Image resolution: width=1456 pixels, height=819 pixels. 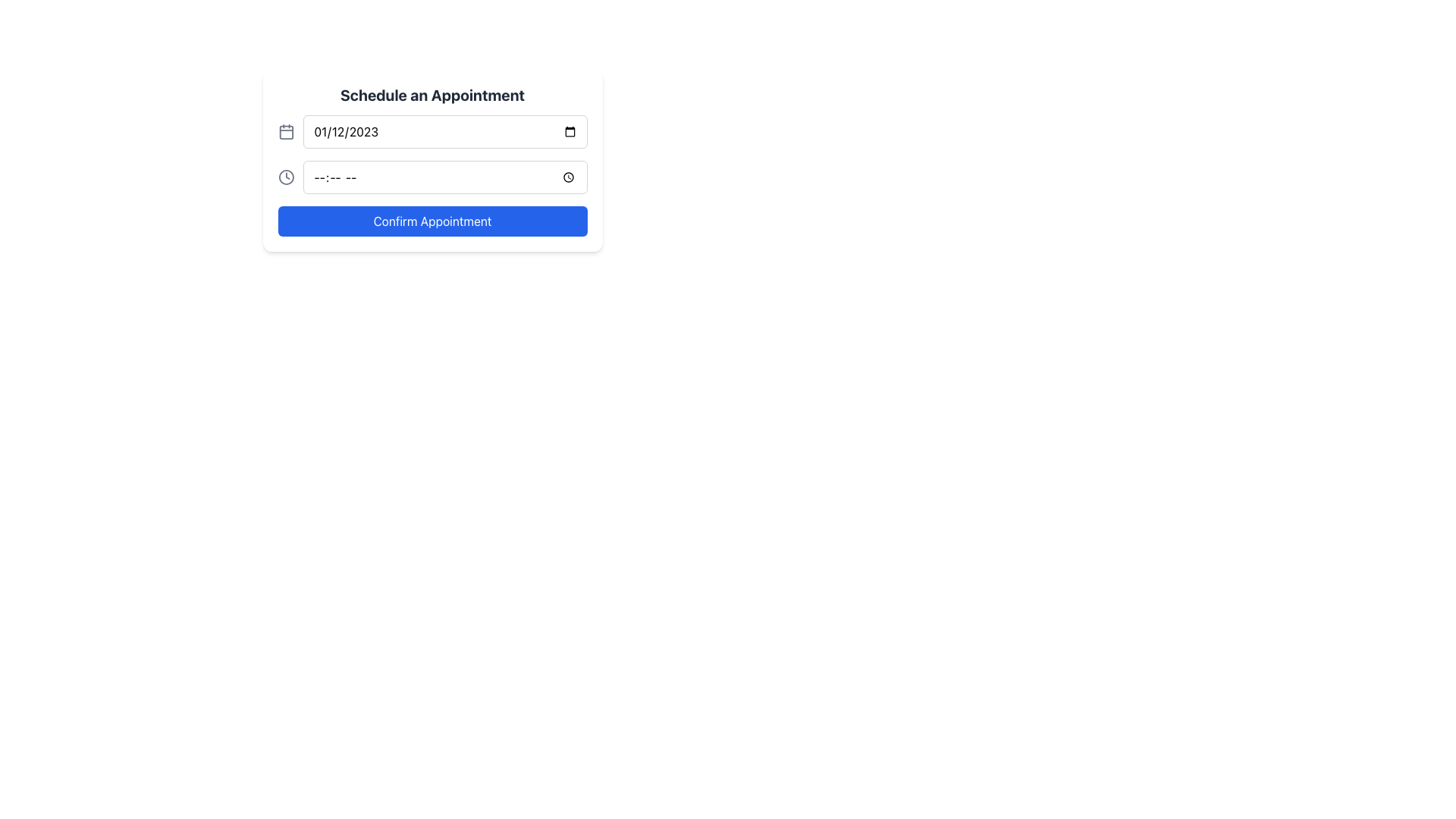 I want to click on the clock icon, which is a circular shape with clock arms located in the top left corner of the time selection section, to the left of the time input field, so click(x=286, y=177).